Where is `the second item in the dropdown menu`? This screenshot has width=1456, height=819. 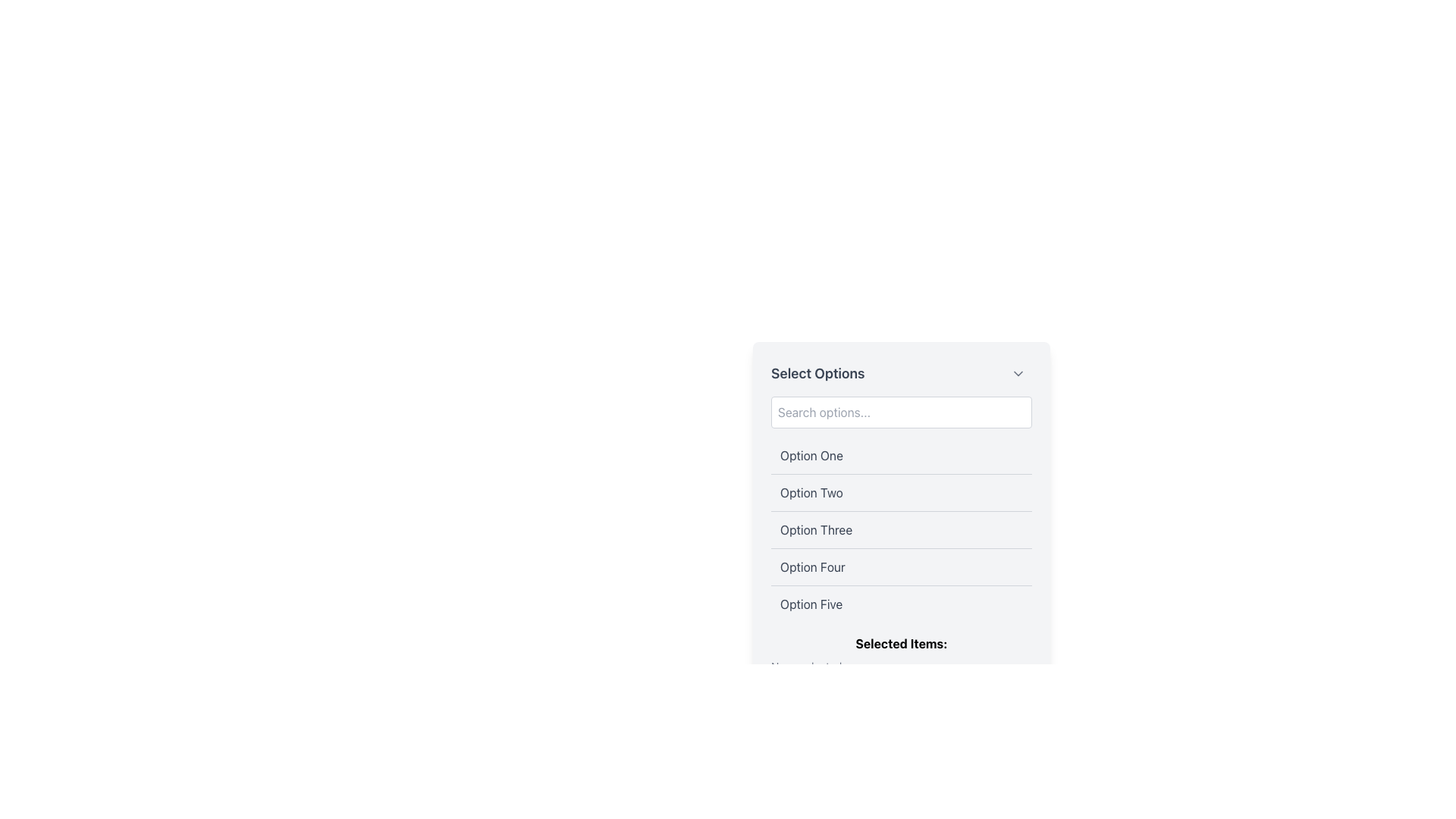 the second item in the dropdown menu is located at coordinates (902, 494).